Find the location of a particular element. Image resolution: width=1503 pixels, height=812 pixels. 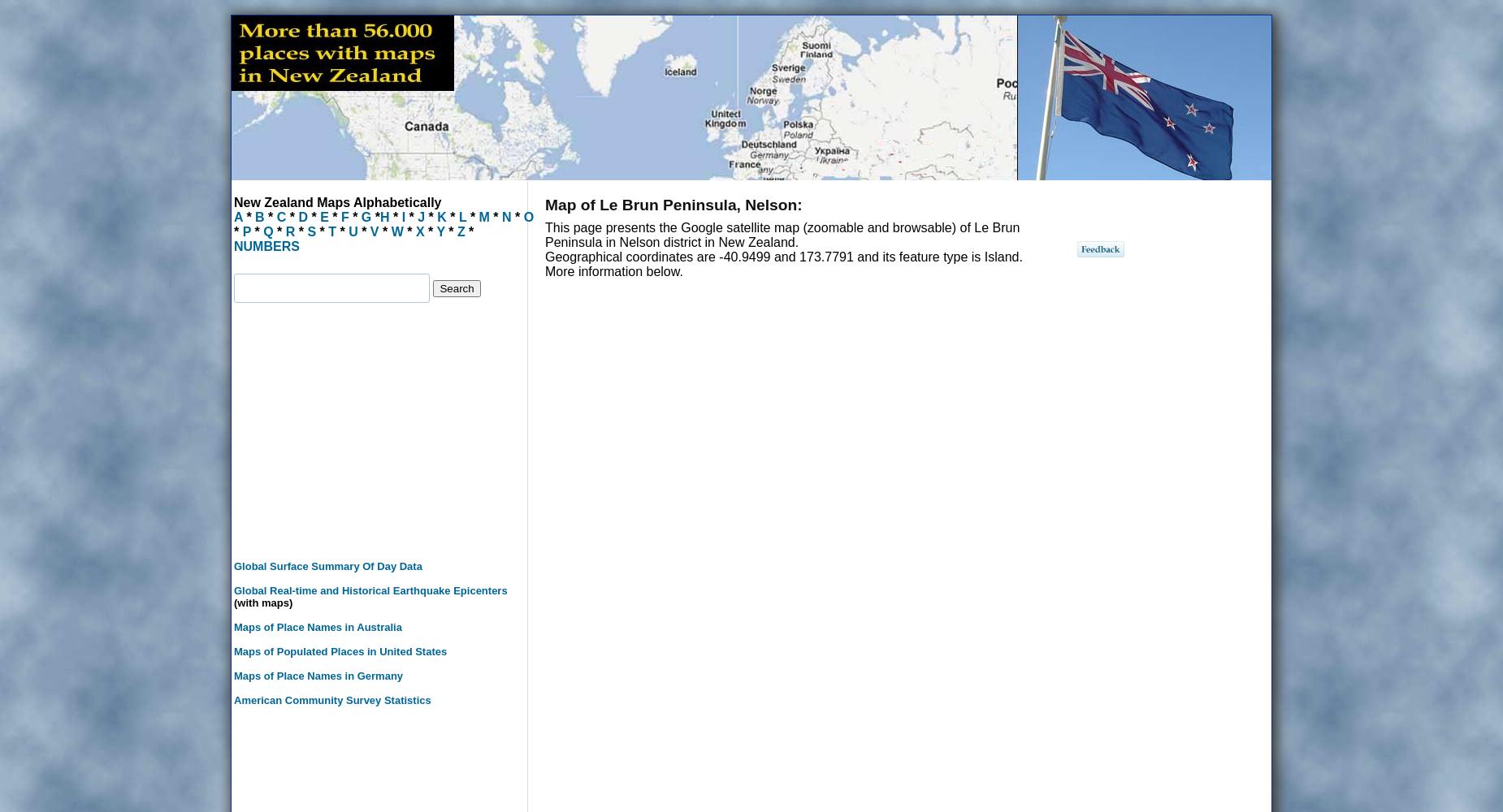

'C' is located at coordinates (279, 217).